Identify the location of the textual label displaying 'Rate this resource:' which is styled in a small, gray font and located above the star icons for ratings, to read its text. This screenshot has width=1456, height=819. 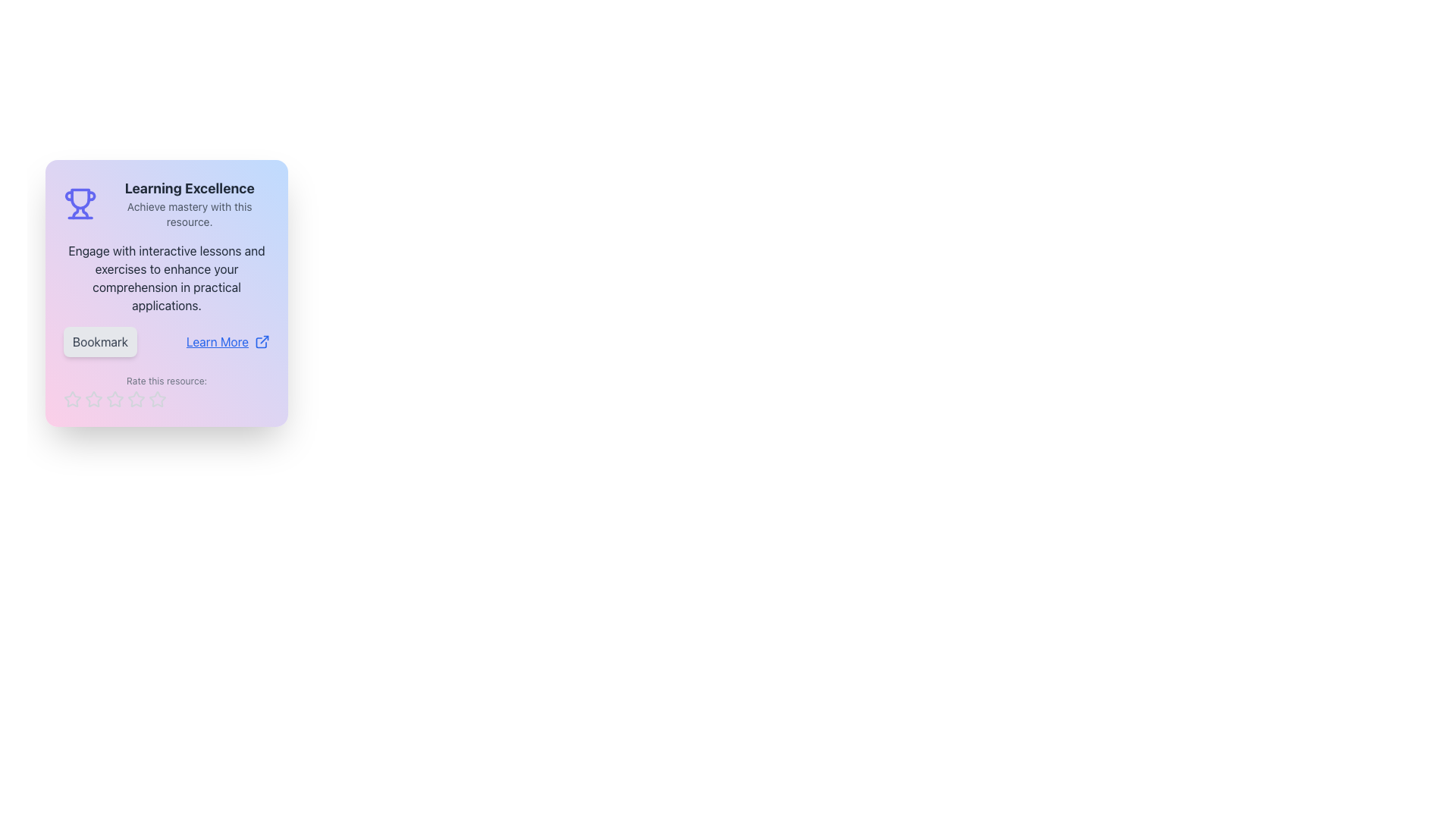
(167, 380).